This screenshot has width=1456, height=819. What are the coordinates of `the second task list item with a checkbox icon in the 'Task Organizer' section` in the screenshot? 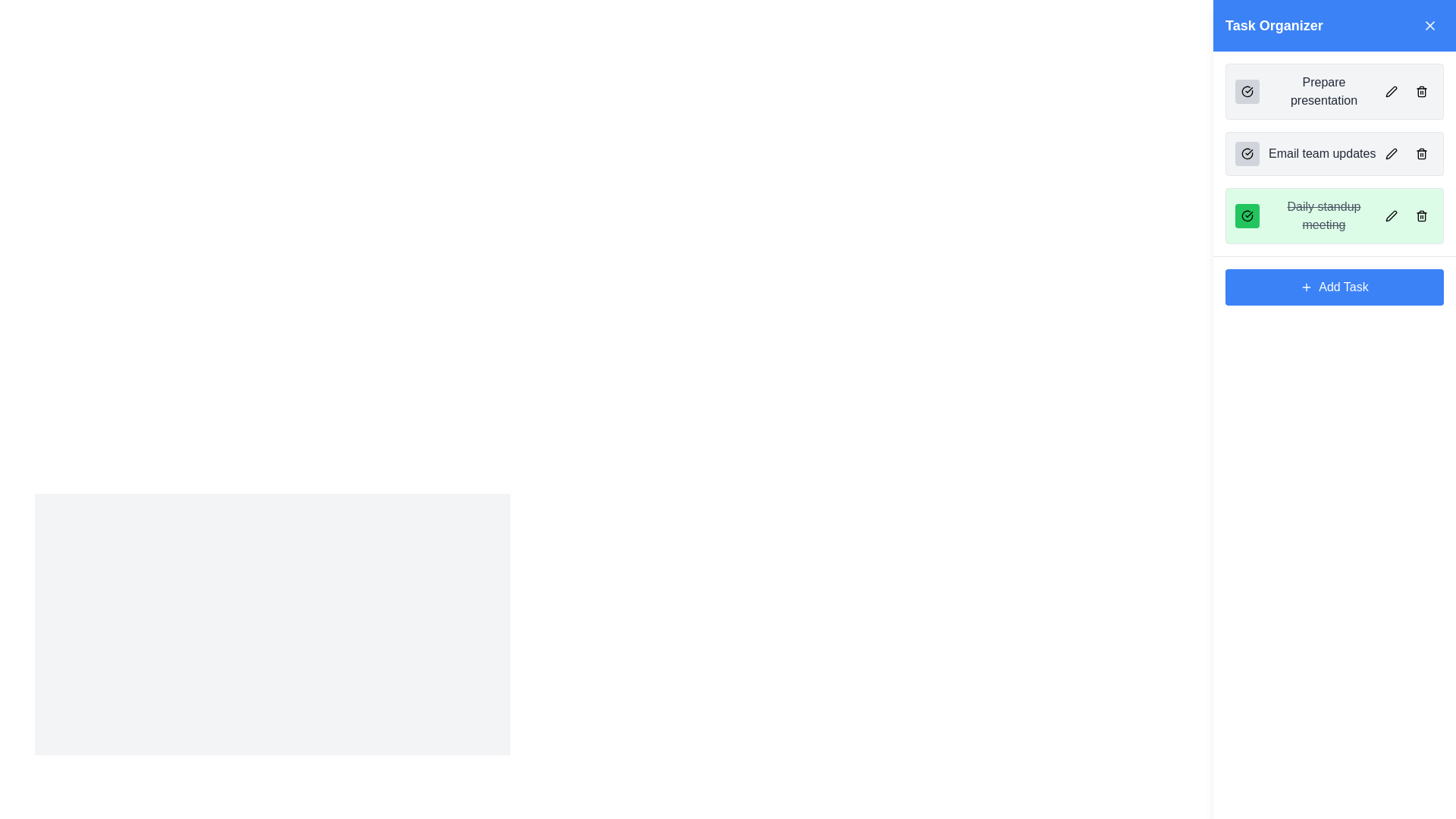 It's located at (1304, 154).